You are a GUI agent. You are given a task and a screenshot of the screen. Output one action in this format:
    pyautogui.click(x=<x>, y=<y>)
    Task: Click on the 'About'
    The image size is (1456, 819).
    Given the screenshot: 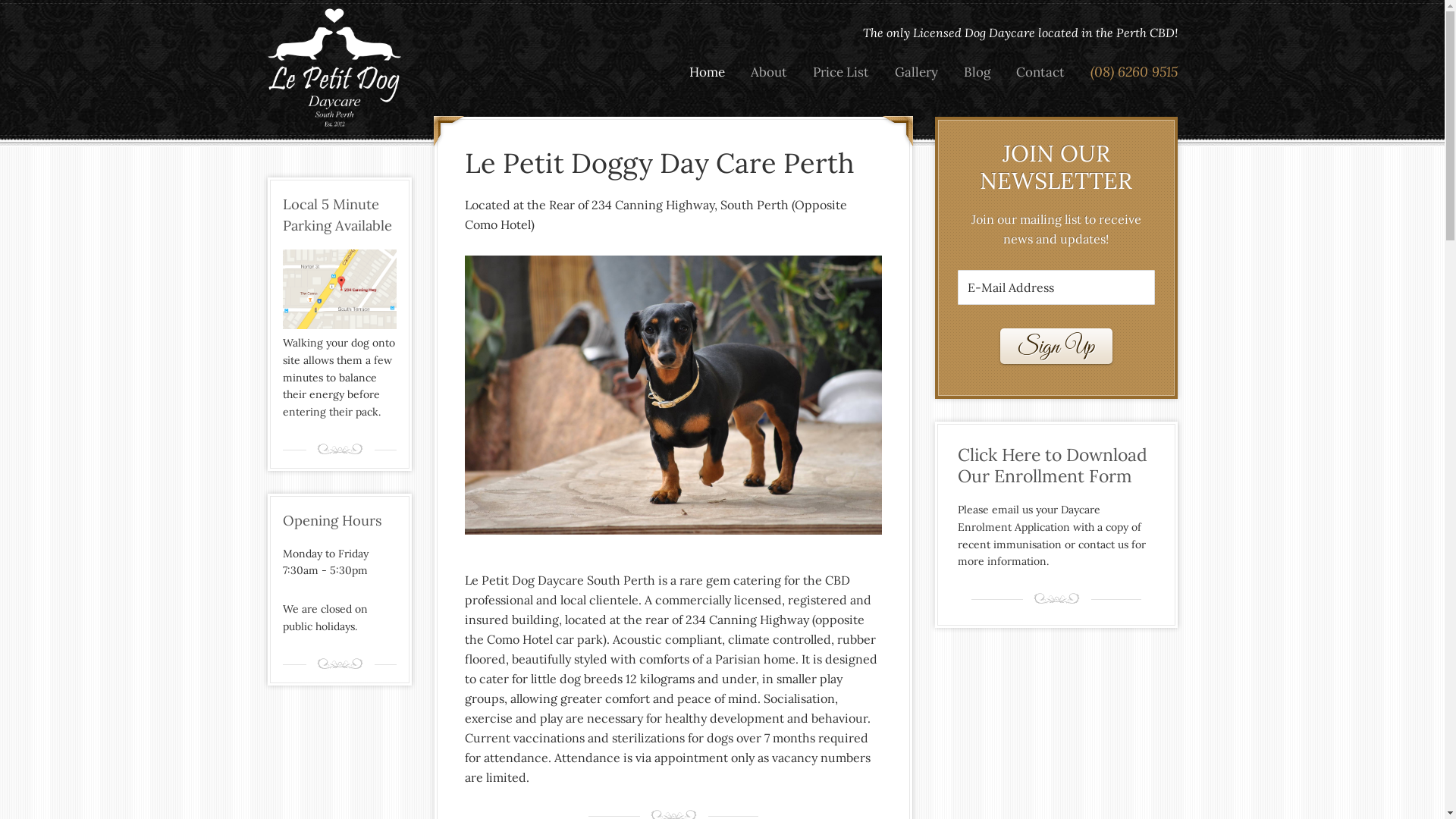 What is the action you would take?
    pyautogui.click(x=767, y=72)
    